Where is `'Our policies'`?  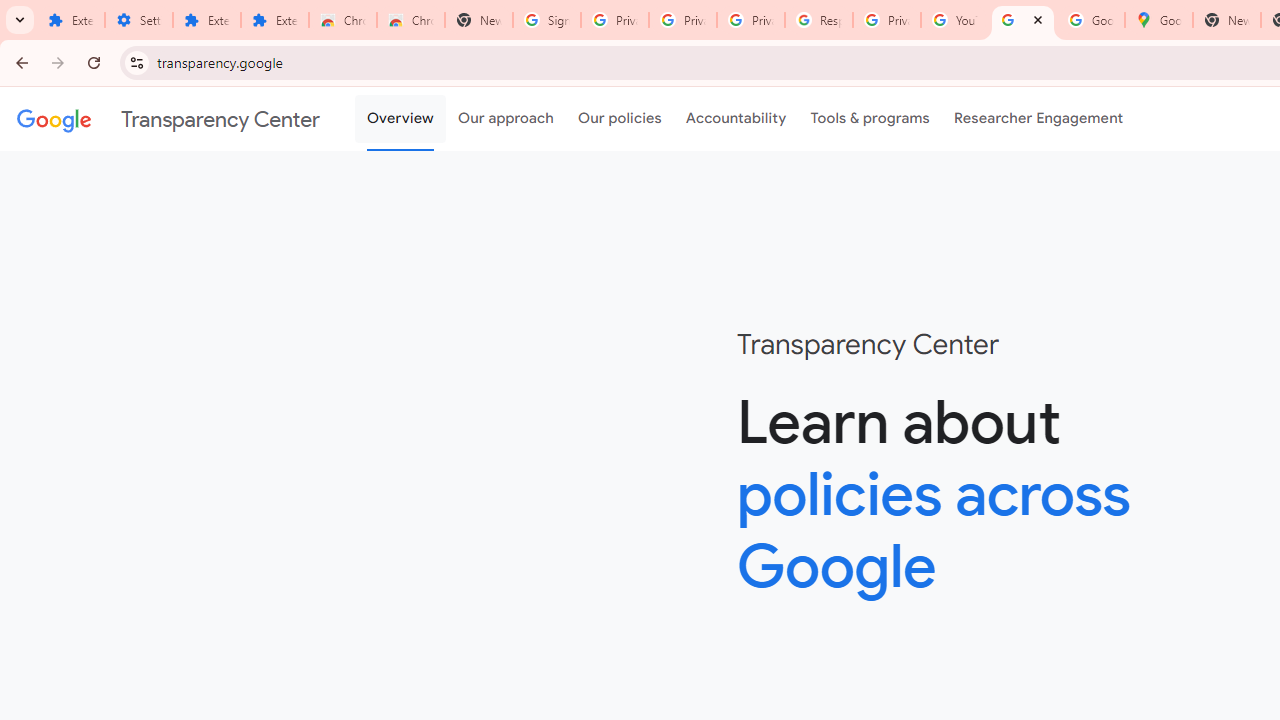 'Our policies' is located at coordinates (619, 119).